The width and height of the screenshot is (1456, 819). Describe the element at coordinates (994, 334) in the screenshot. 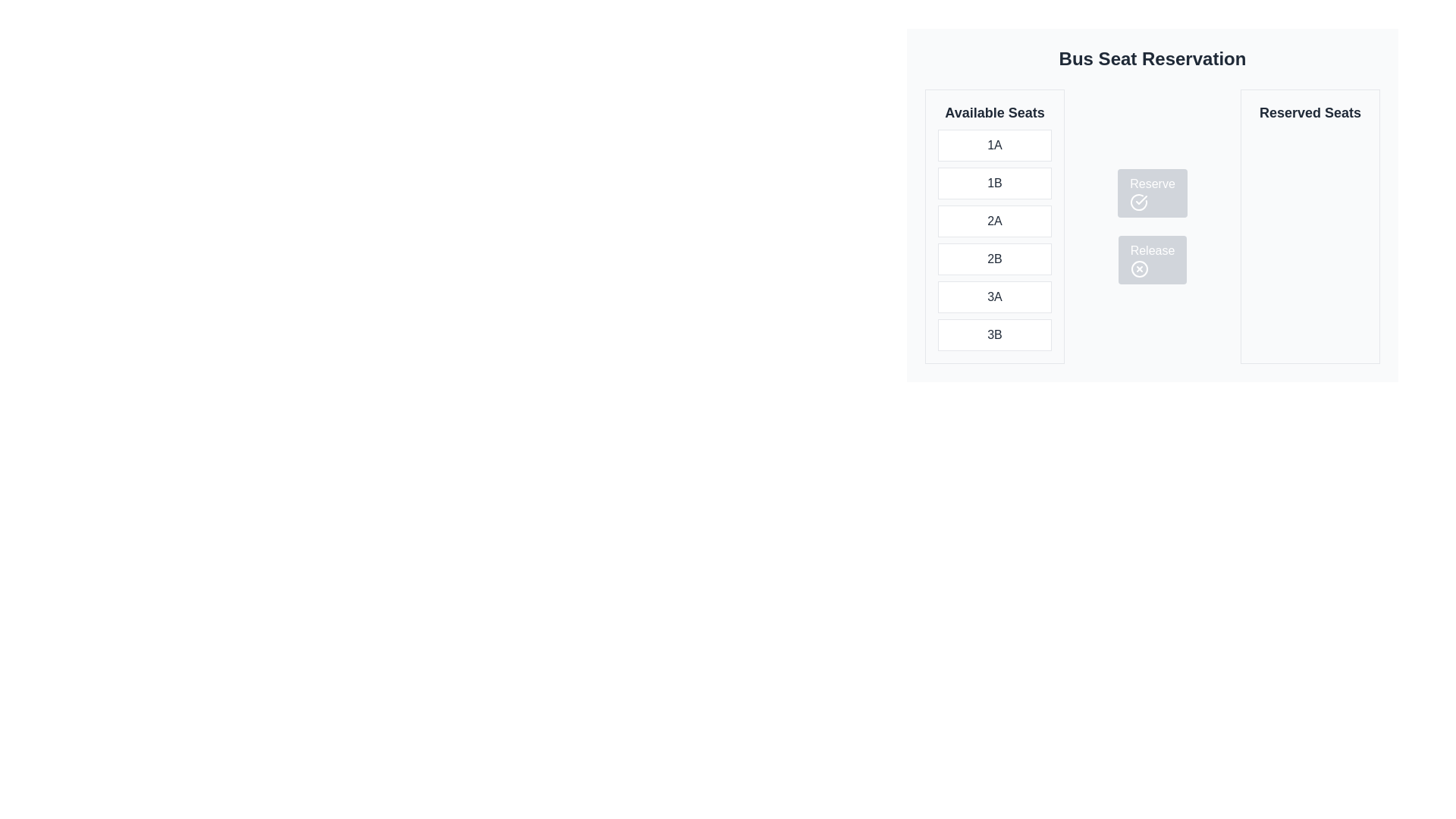

I see `the button labeled '3B' at the bottom of the vertical list of seat selection elements` at that location.